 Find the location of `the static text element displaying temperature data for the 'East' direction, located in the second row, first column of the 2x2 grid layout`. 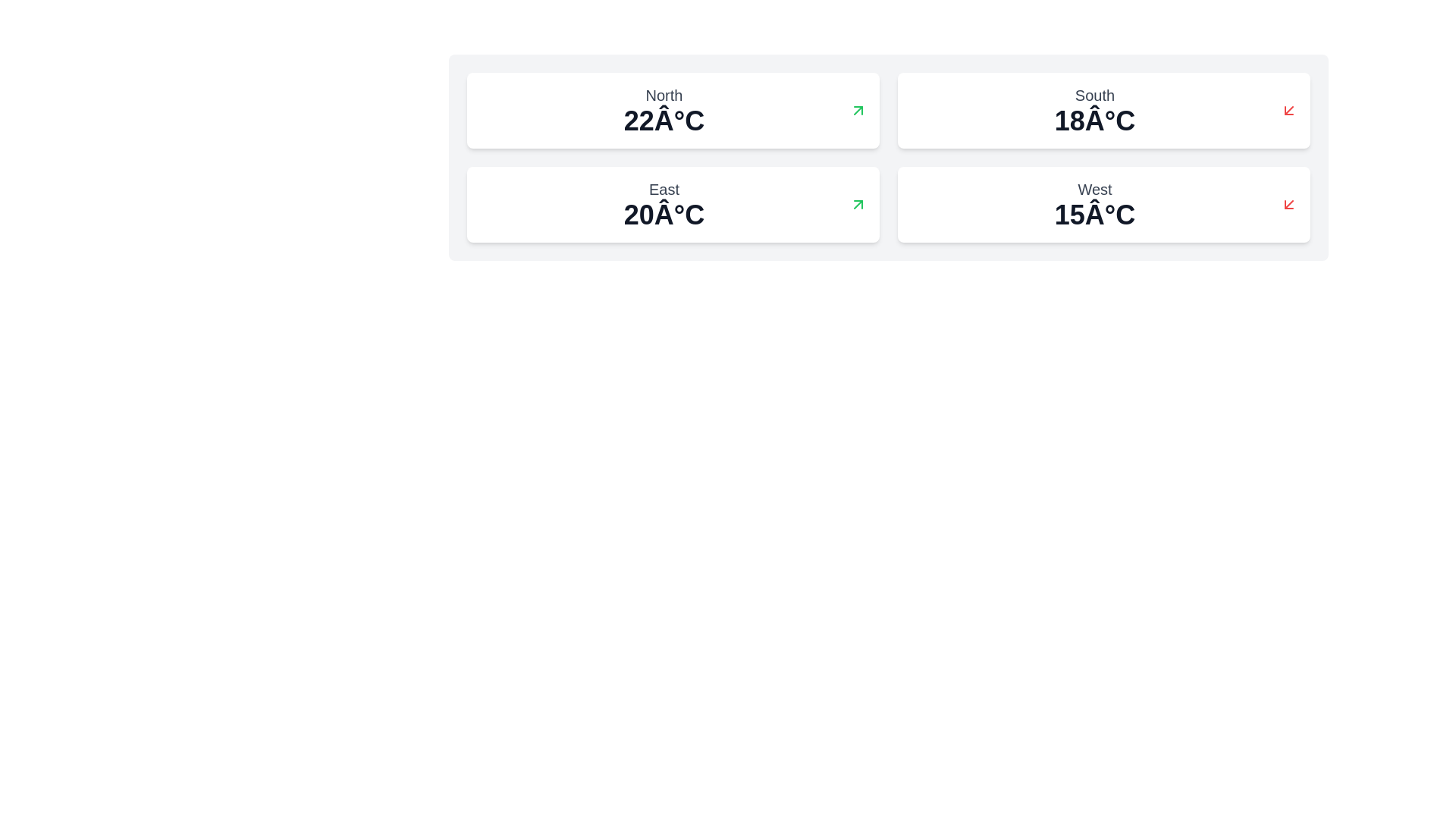

the static text element displaying temperature data for the 'East' direction, located in the second row, first column of the 2x2 grid layout is located at coordinates (664, 215).